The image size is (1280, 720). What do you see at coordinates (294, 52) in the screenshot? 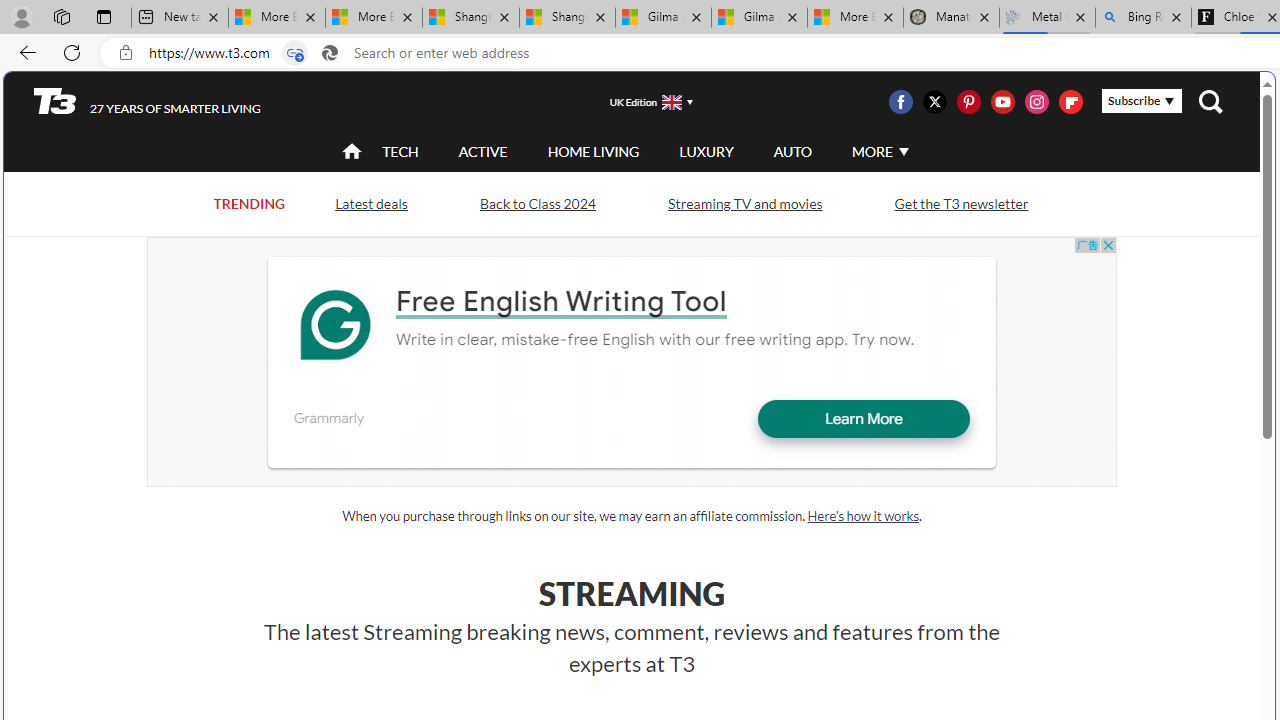
I see `'Tabs in split screen'` at bounding box center [294, 52].